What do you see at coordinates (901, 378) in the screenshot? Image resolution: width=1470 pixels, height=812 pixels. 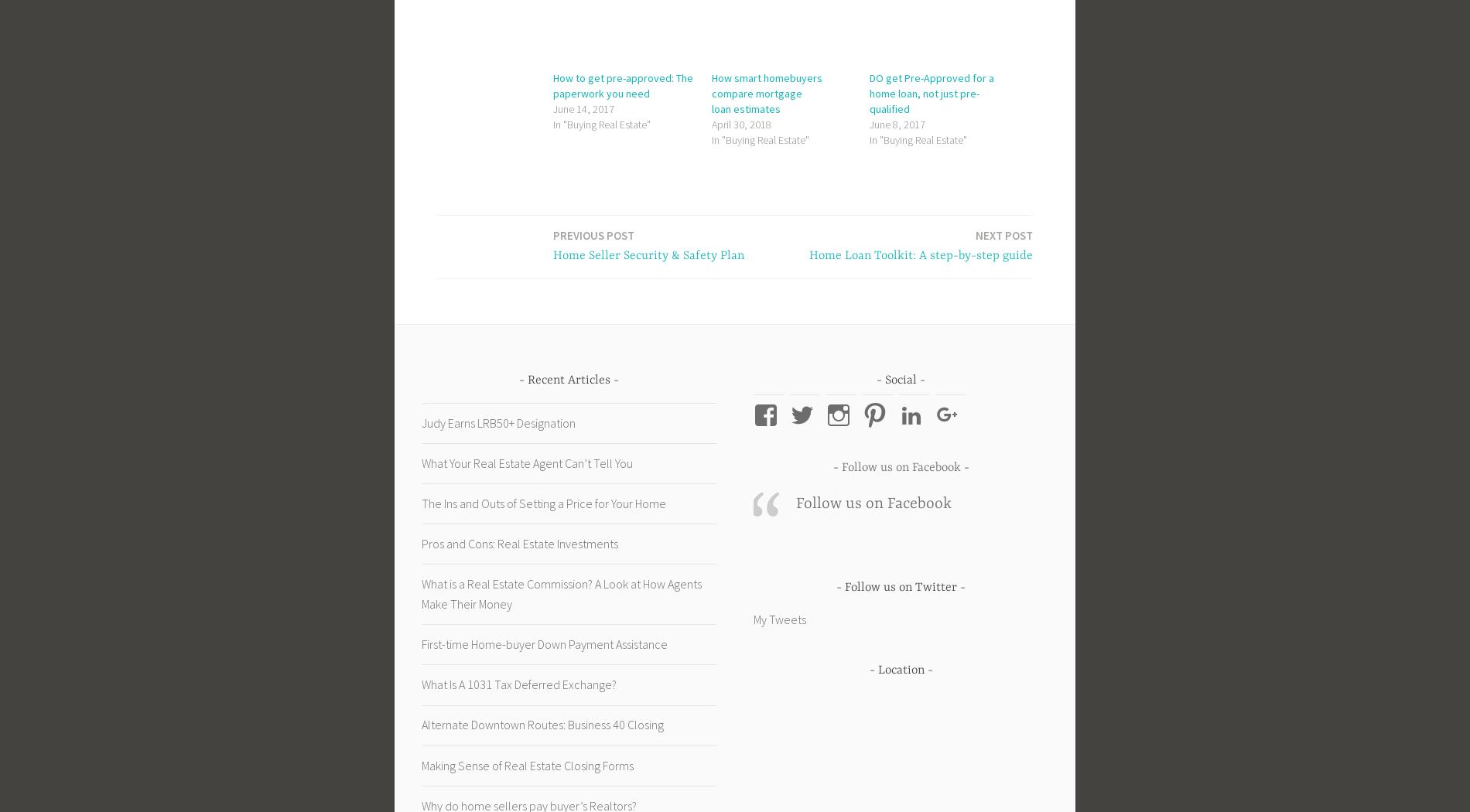 I see `'Social'` at bounding box center [901, 378].